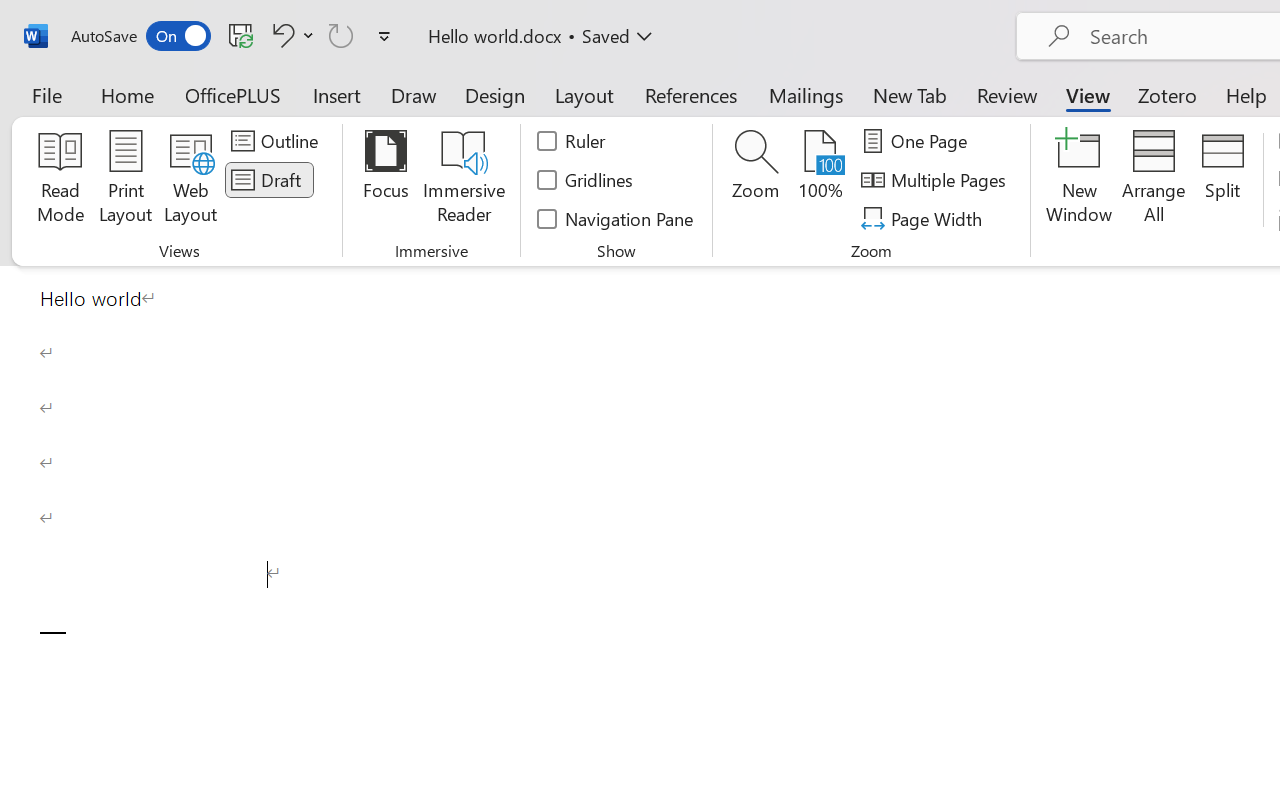  Describe the element at coordinates (754, 179) in the screenshot. I see `'Zoom...'` at that location.